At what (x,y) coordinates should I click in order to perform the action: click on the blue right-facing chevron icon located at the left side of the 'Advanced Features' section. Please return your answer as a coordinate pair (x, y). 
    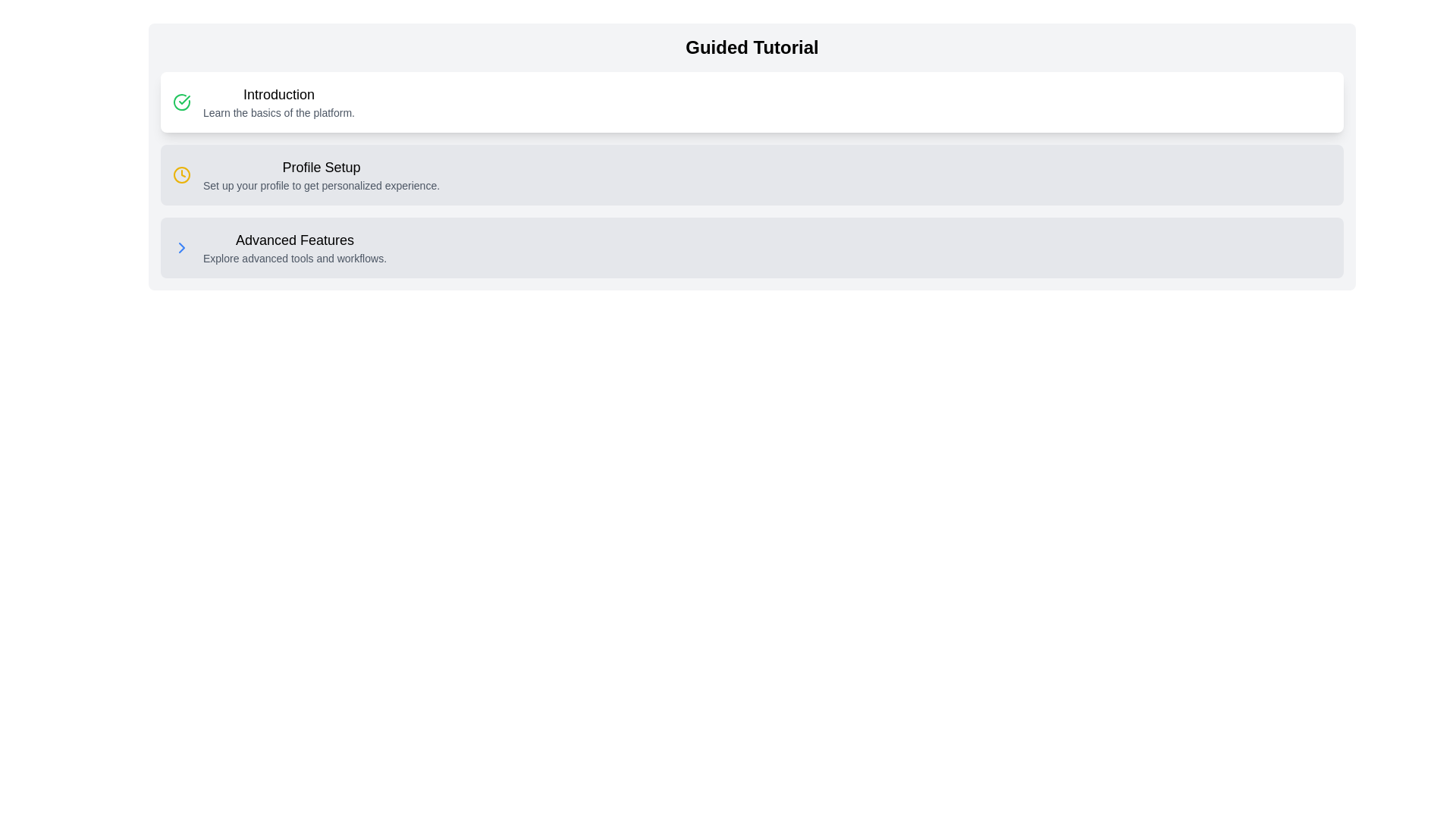
    Looking at the image, I should click on (182, 247).